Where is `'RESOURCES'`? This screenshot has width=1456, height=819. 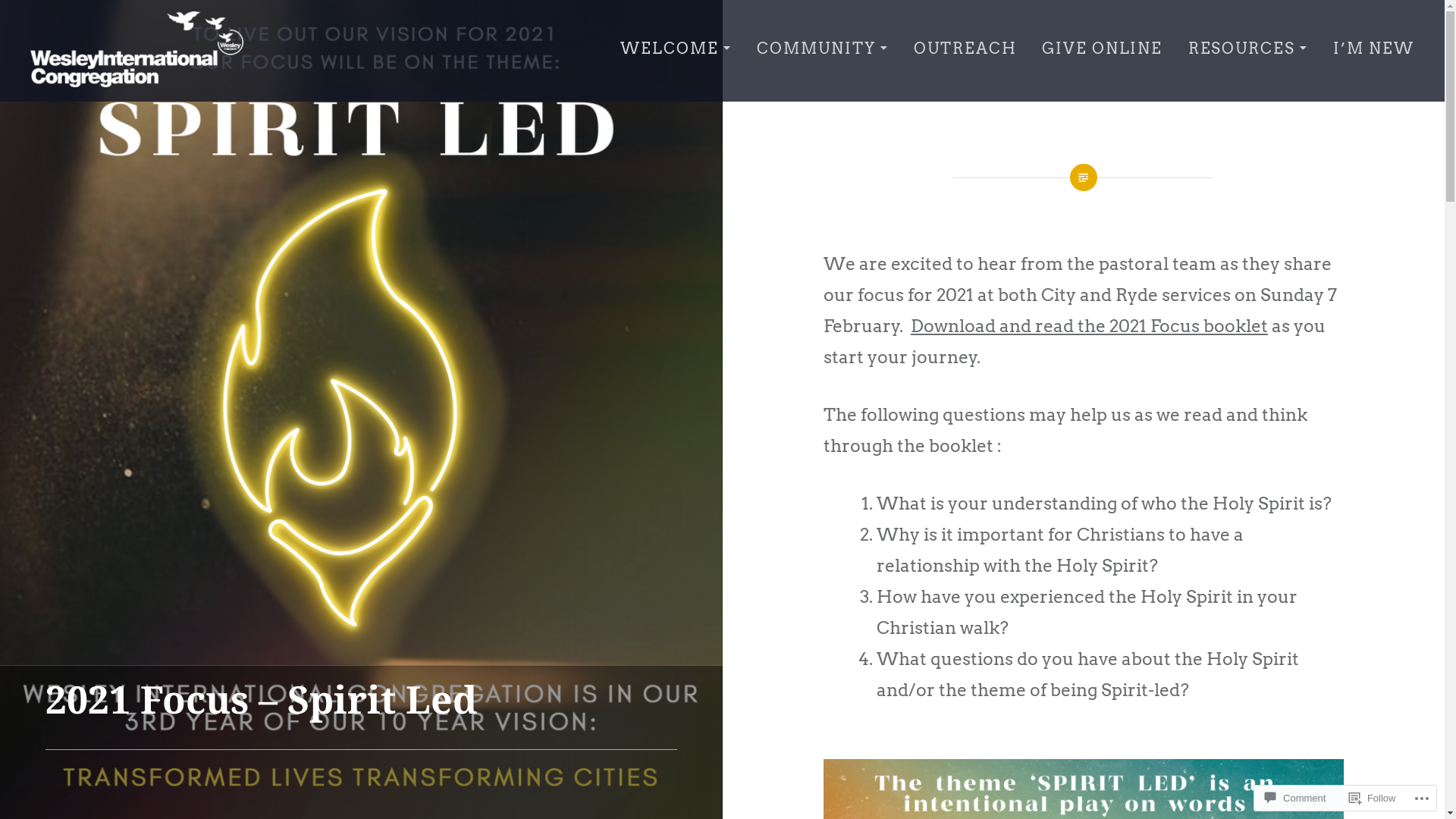 'RESOURCES' is located at coordinates (1187, 49).